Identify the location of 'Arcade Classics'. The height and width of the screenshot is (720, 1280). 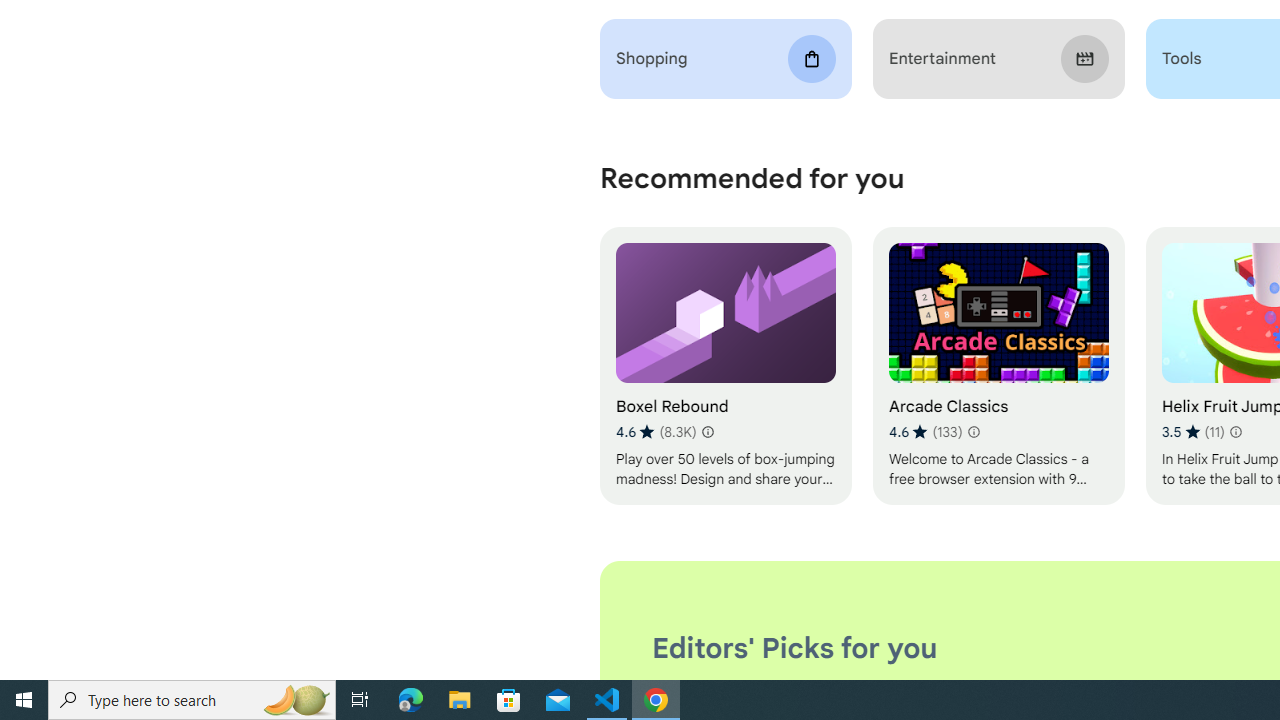
(998, 366).